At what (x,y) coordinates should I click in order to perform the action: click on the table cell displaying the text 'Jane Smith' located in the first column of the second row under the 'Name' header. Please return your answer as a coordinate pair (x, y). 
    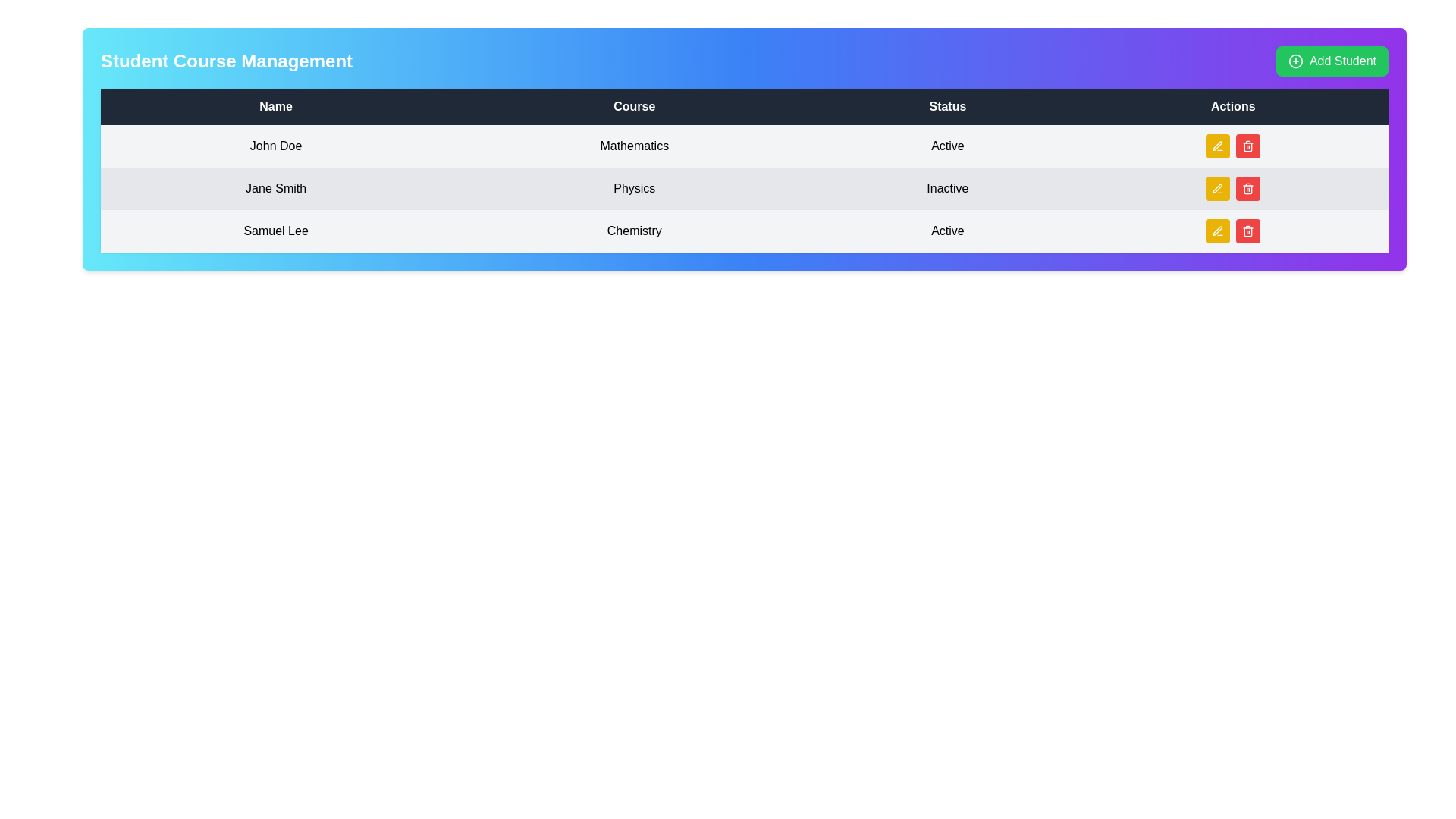
    Looking at the image, I should click on (276, 188).